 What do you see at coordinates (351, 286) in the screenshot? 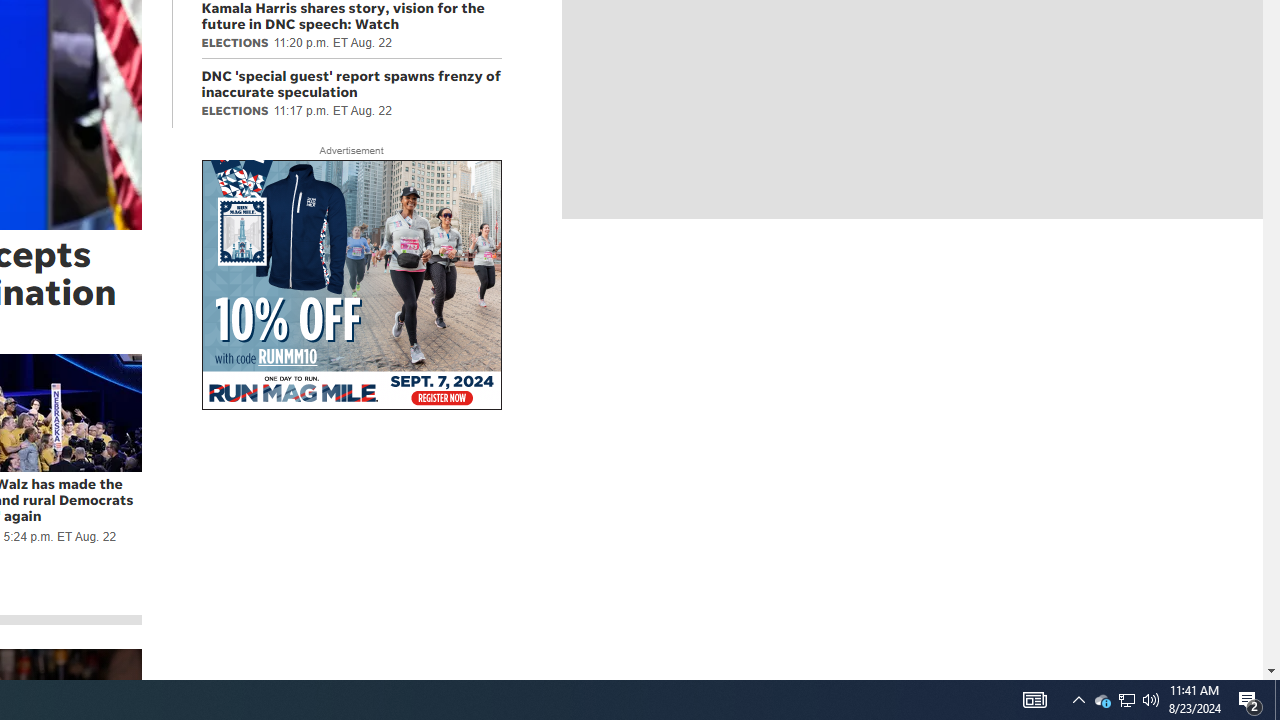
I see `'AutomationID: aw0'` at bounding box center [351, 286].